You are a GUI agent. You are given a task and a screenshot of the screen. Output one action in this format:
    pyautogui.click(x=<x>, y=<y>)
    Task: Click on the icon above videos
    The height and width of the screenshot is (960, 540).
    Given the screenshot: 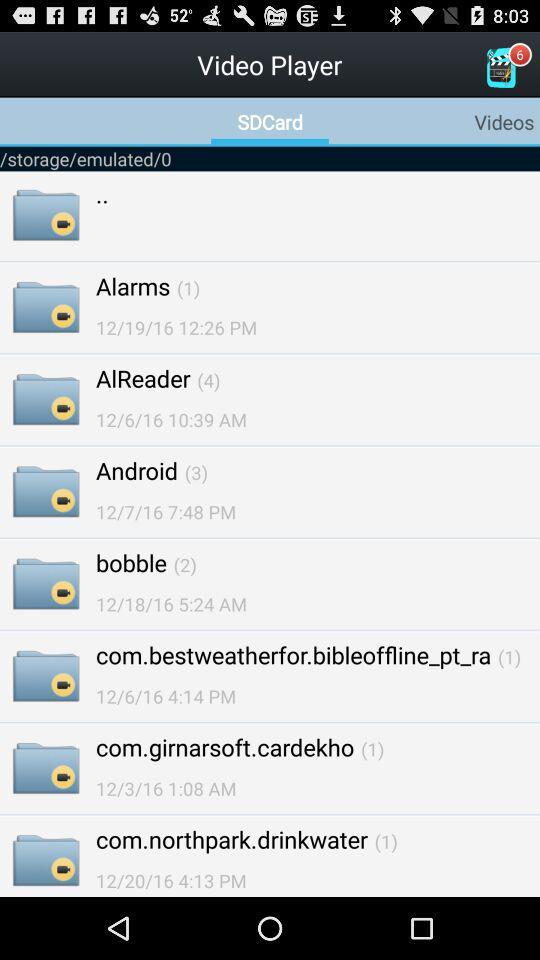 What is the action you would take?
    pyautogui.click(x=499, y=67)
    